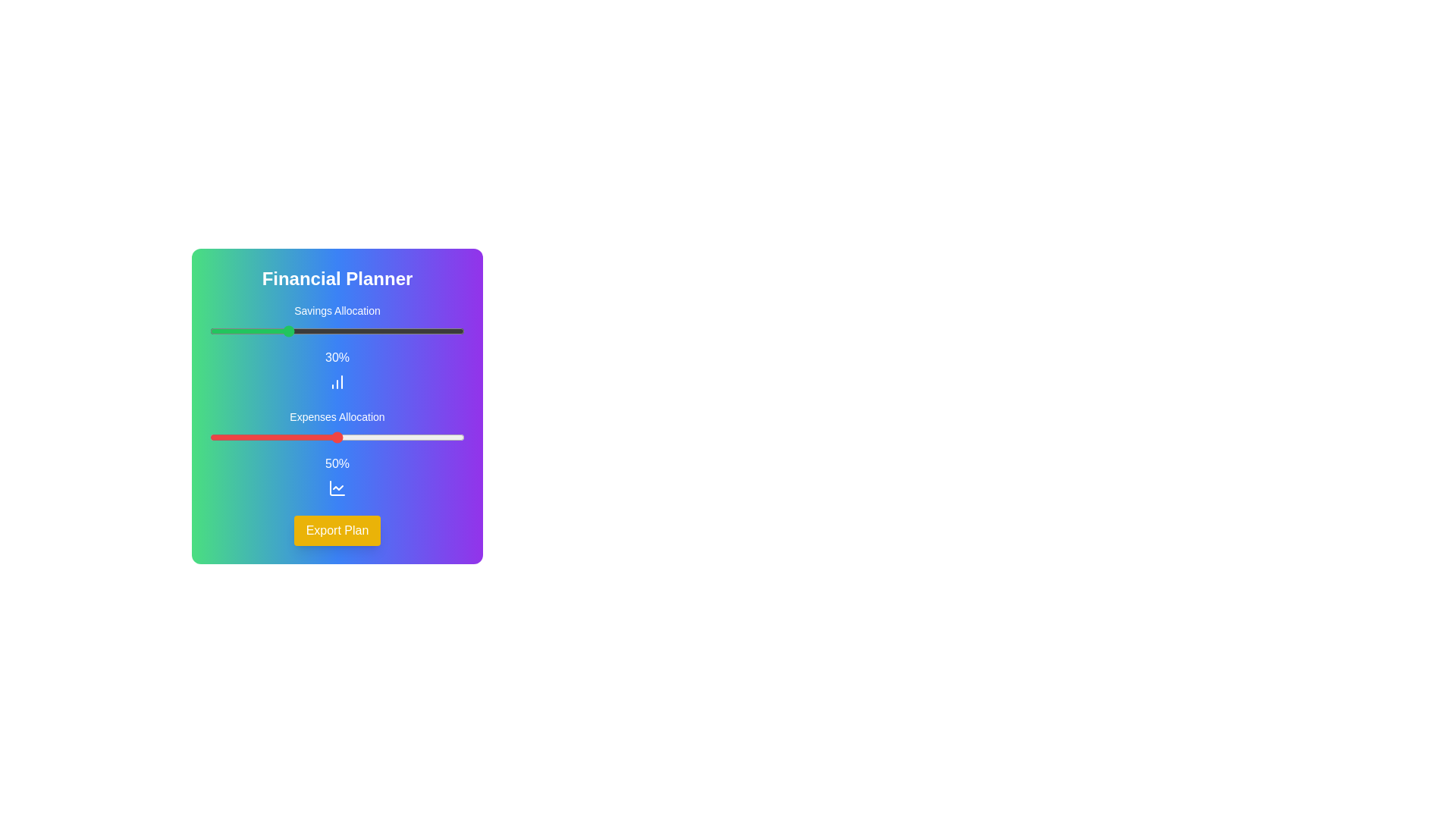 The width and height of the screenshot is (1456, 819). Describe the element at coordinates (337, 529) in the screenshot. I see `the rectangular 'Export Plan' button with a yellow background and white text located at the bottom of the 'Financial Planner' section to activate the hover state` at that location.